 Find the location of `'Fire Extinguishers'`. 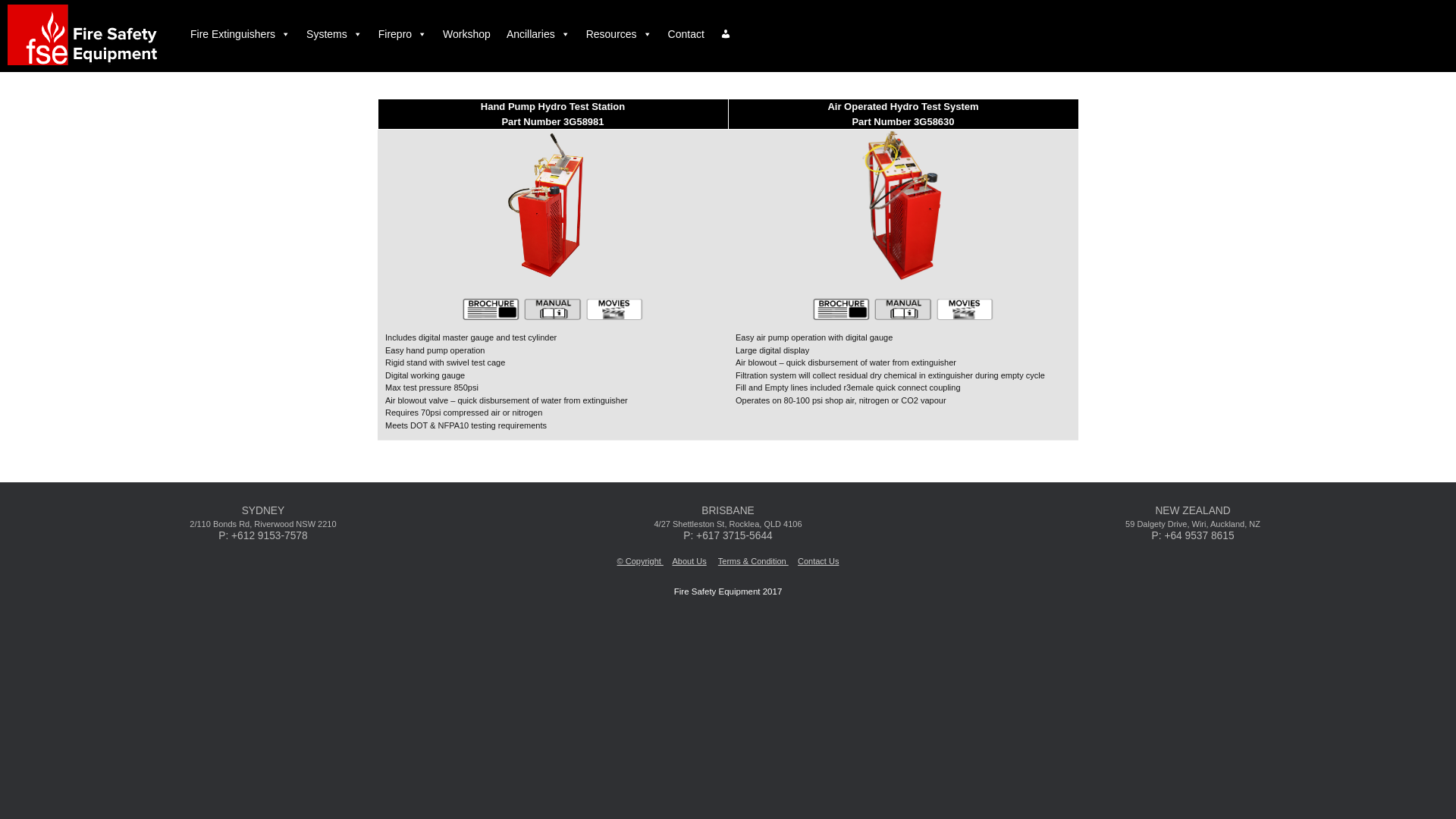

'Fire Extinguishers' is located at coordinates (182, 34).